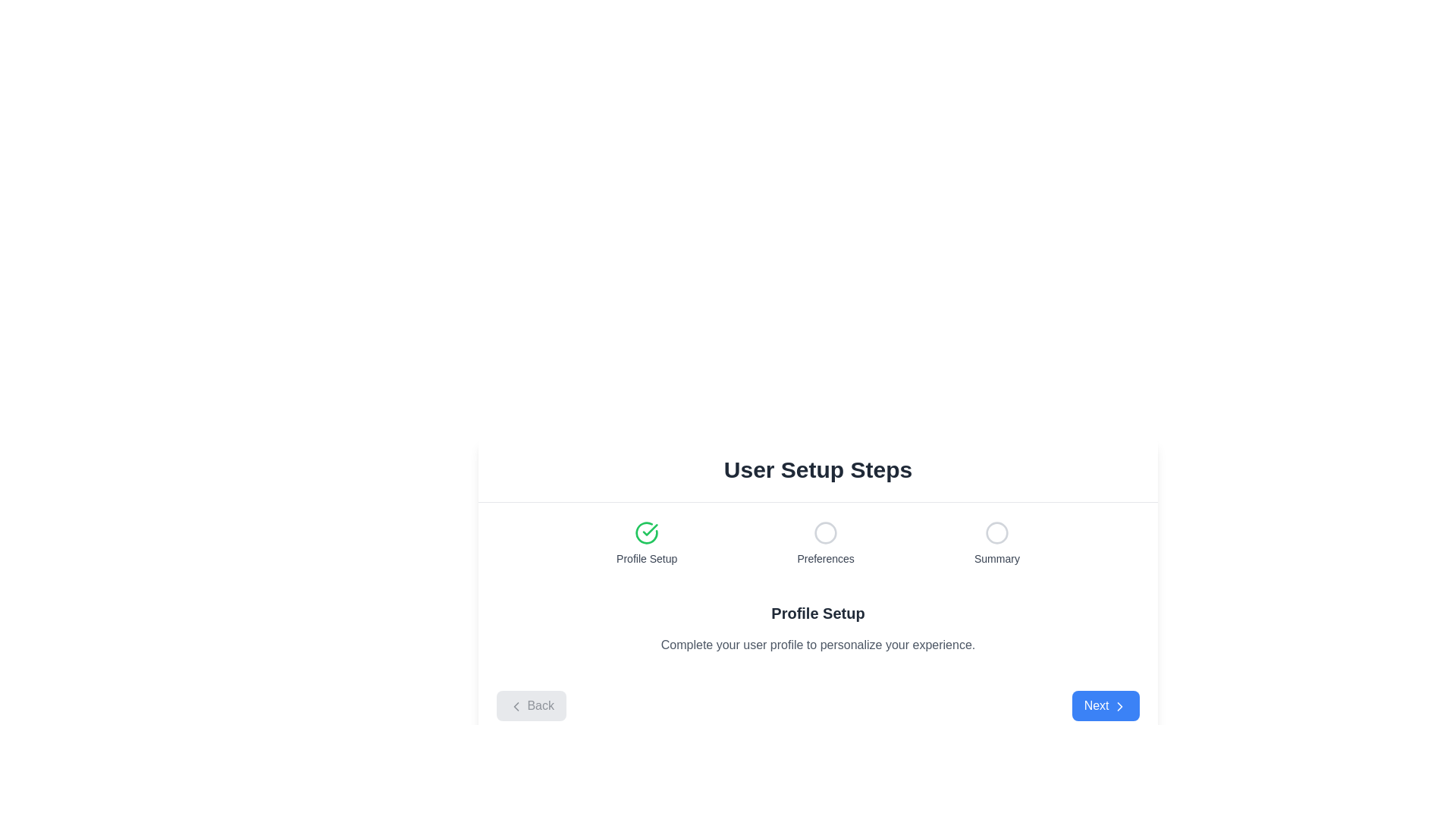 This screenshot has width=1456, height=819. I want to click on the 'Preferences' section of the stepper UI for keyboard selection, so click(817, 542).